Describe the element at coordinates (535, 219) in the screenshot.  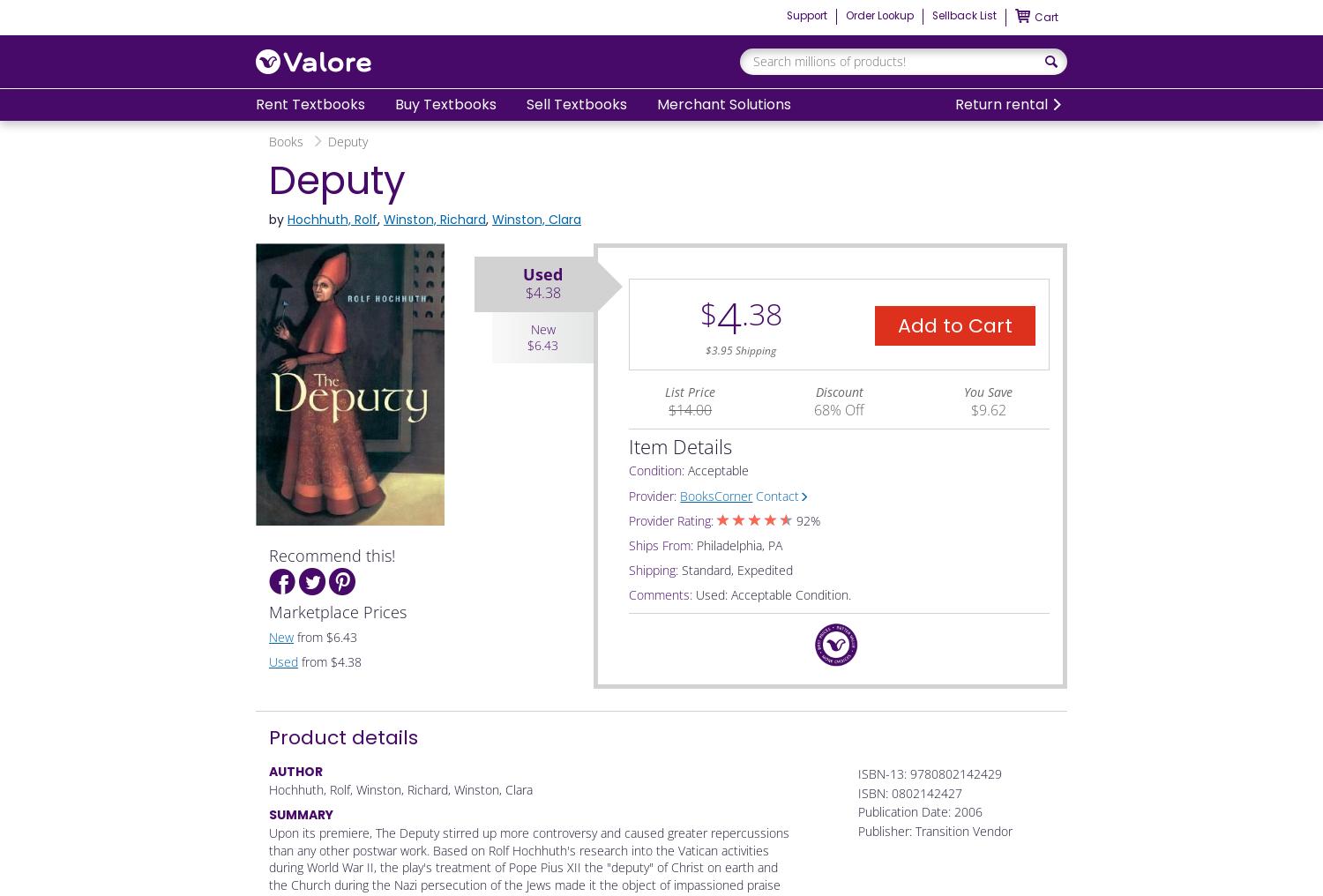
I see `'Winston, Clara'` at that location.